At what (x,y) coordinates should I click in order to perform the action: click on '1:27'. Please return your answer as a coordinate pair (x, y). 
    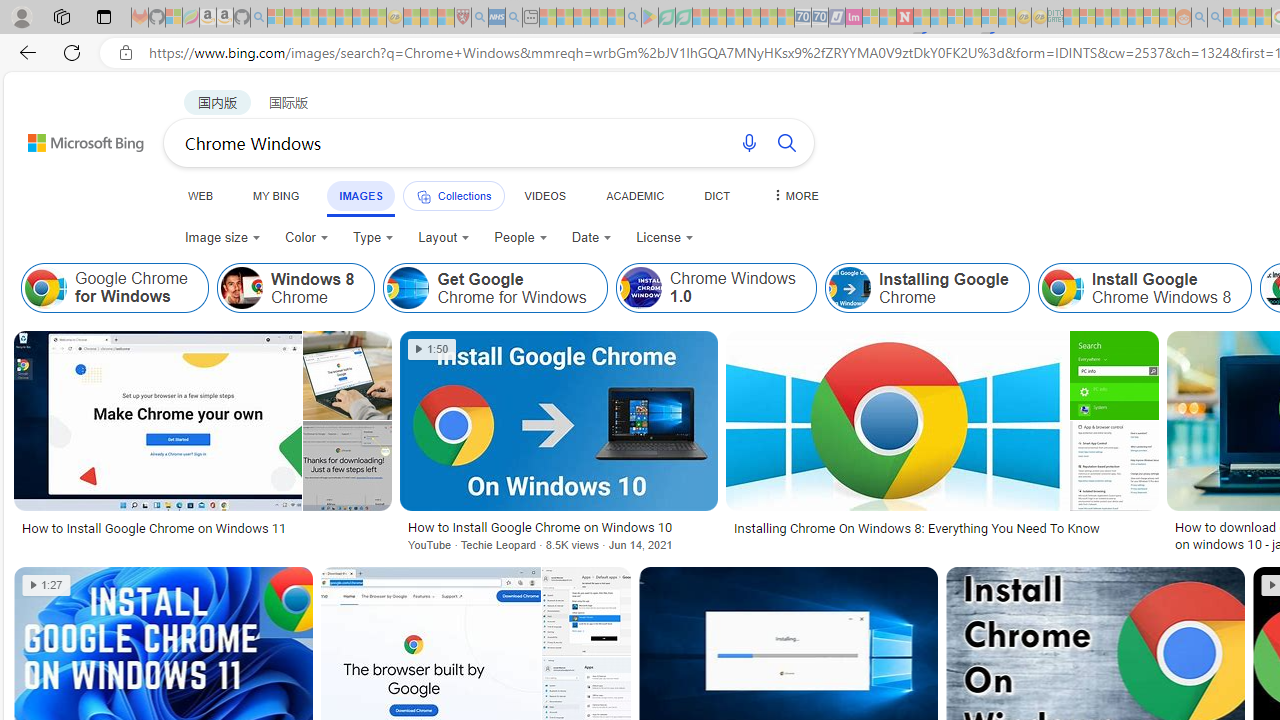
    Looking at the image, I should click on (46, 585).